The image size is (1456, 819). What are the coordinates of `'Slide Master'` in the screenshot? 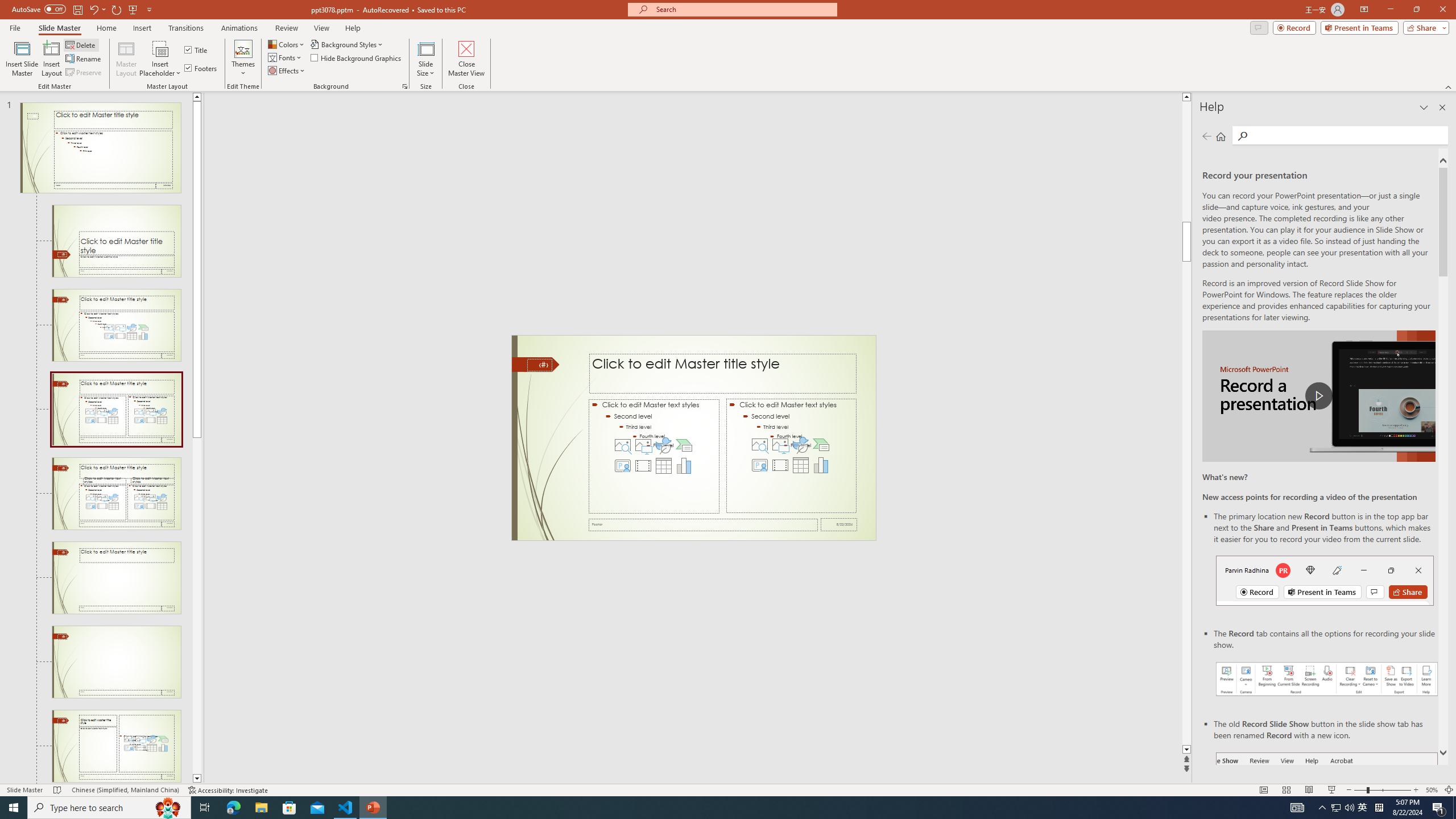 It's located at (59, 28).